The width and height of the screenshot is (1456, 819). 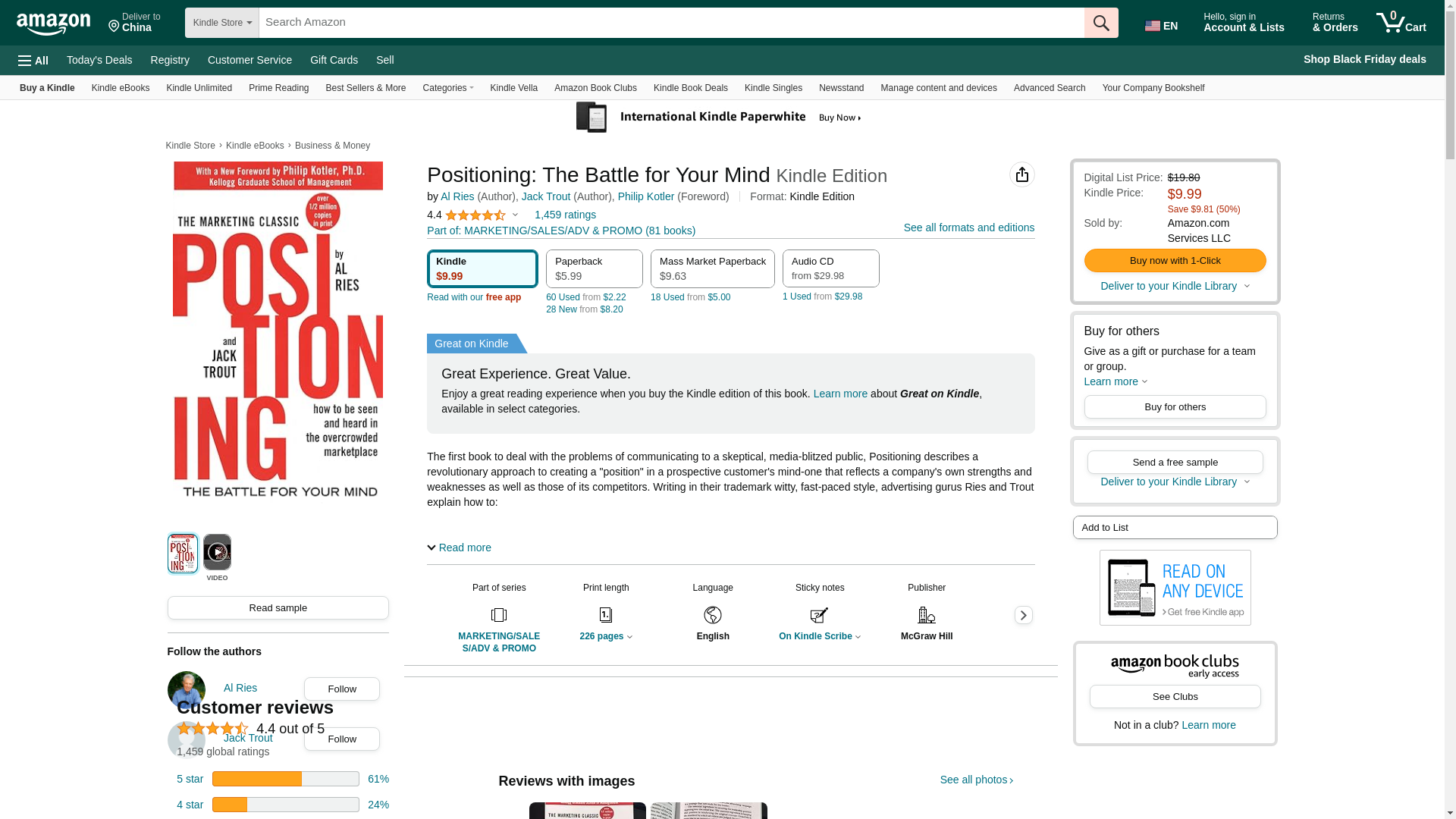 What do you see at coordinates (1163, 23) in the screenshot?
I see `'EN'` at bounding box center [1163, 23].